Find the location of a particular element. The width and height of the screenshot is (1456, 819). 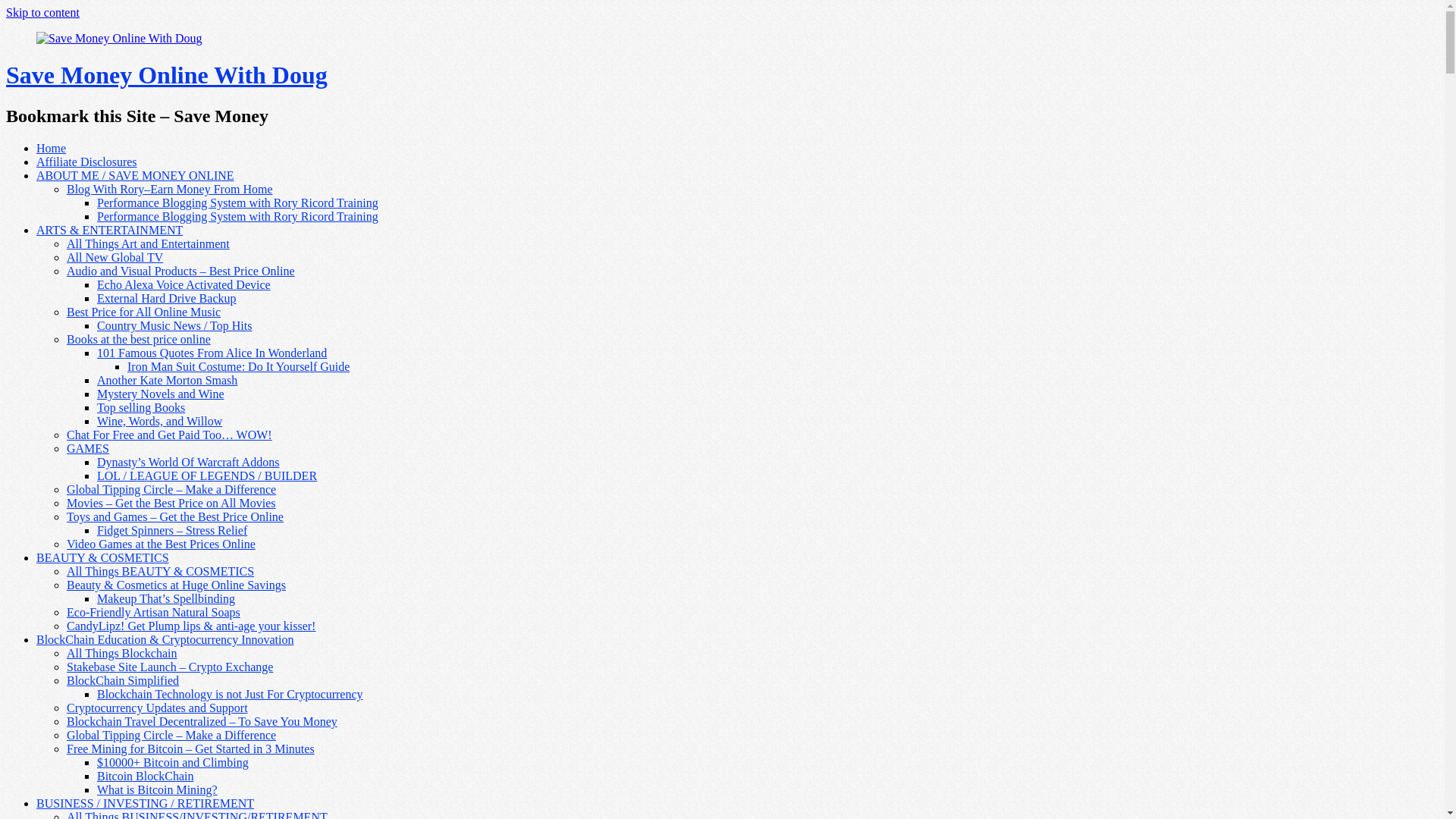

'External Hard Drive Backup' is located at coordinates (166, 298).